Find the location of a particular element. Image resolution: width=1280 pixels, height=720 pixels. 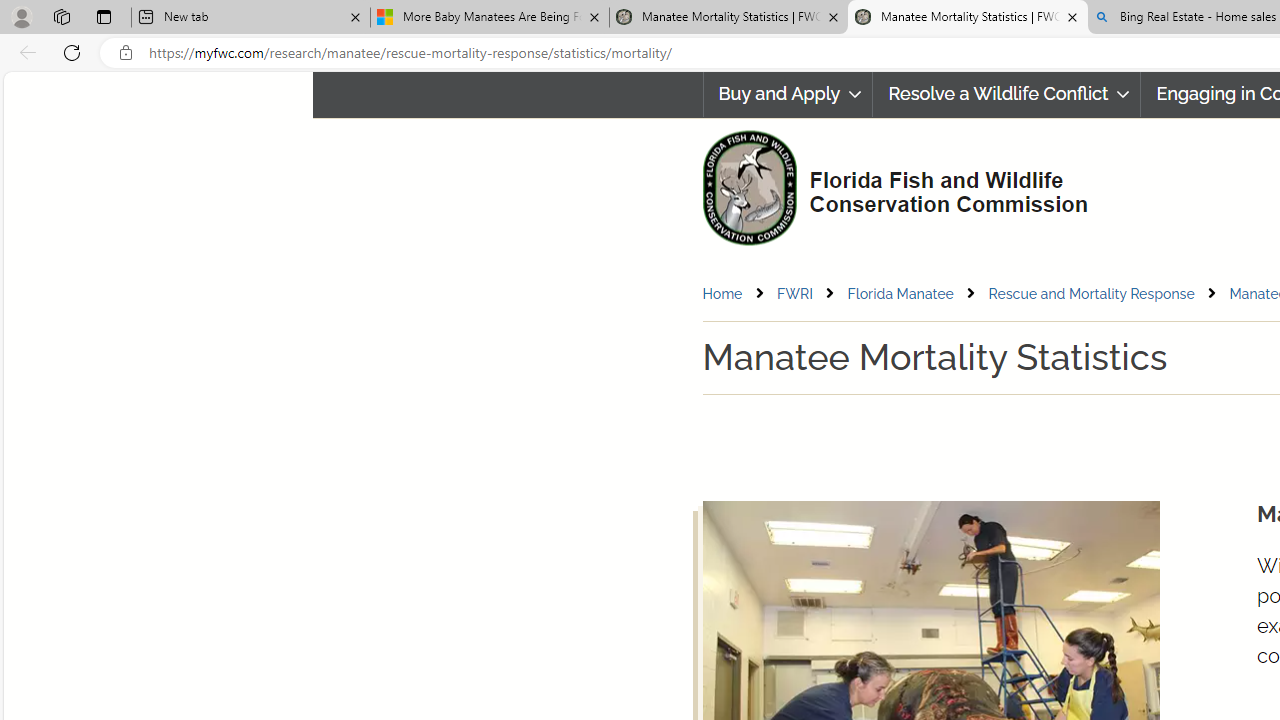

'FWRI' is located at coordinates (793, 293).